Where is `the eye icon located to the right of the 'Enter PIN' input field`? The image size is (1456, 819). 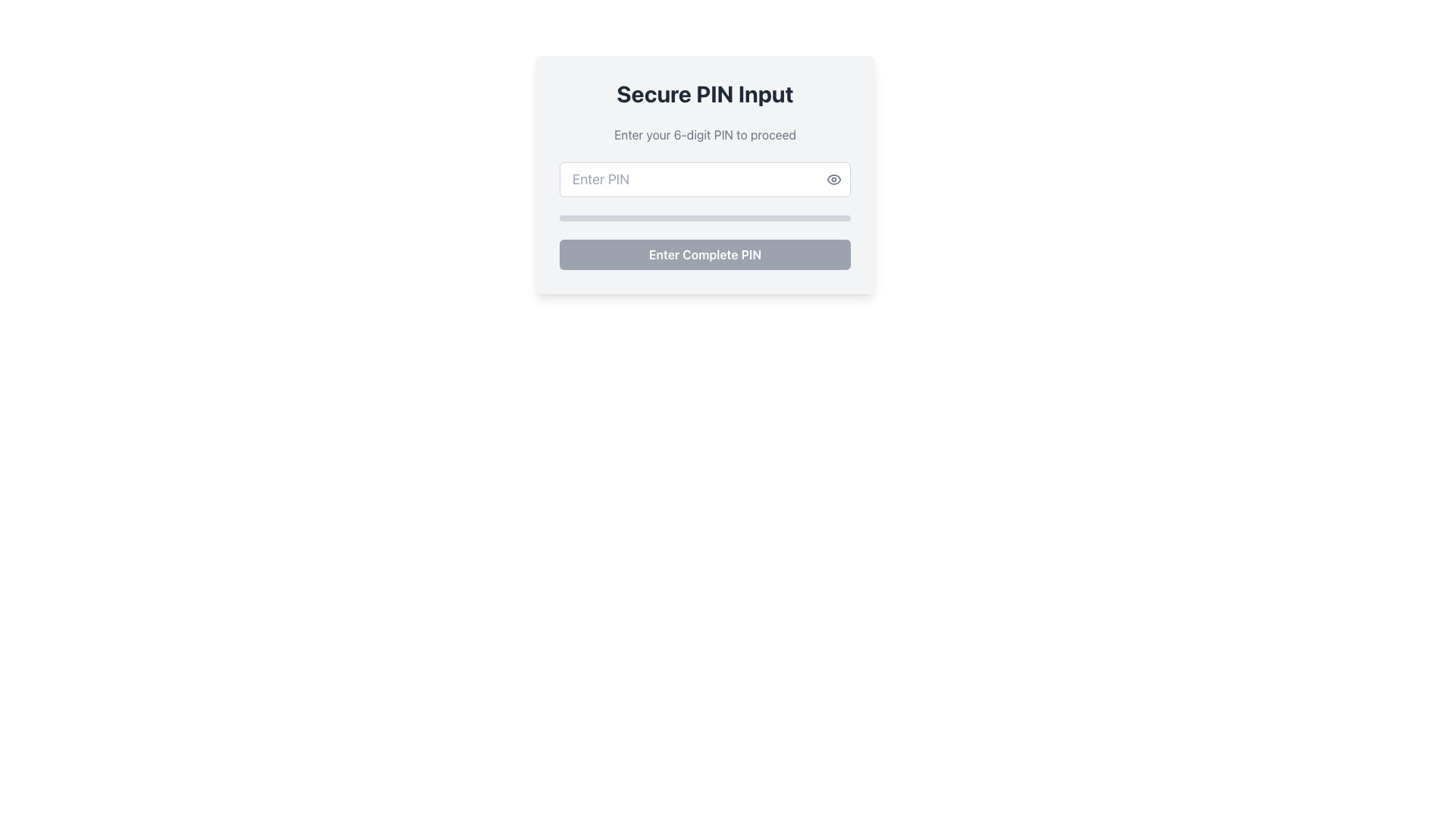
the eye icon located to the right of the 'Enter PIN' input field is located at coordinates (833, 178).